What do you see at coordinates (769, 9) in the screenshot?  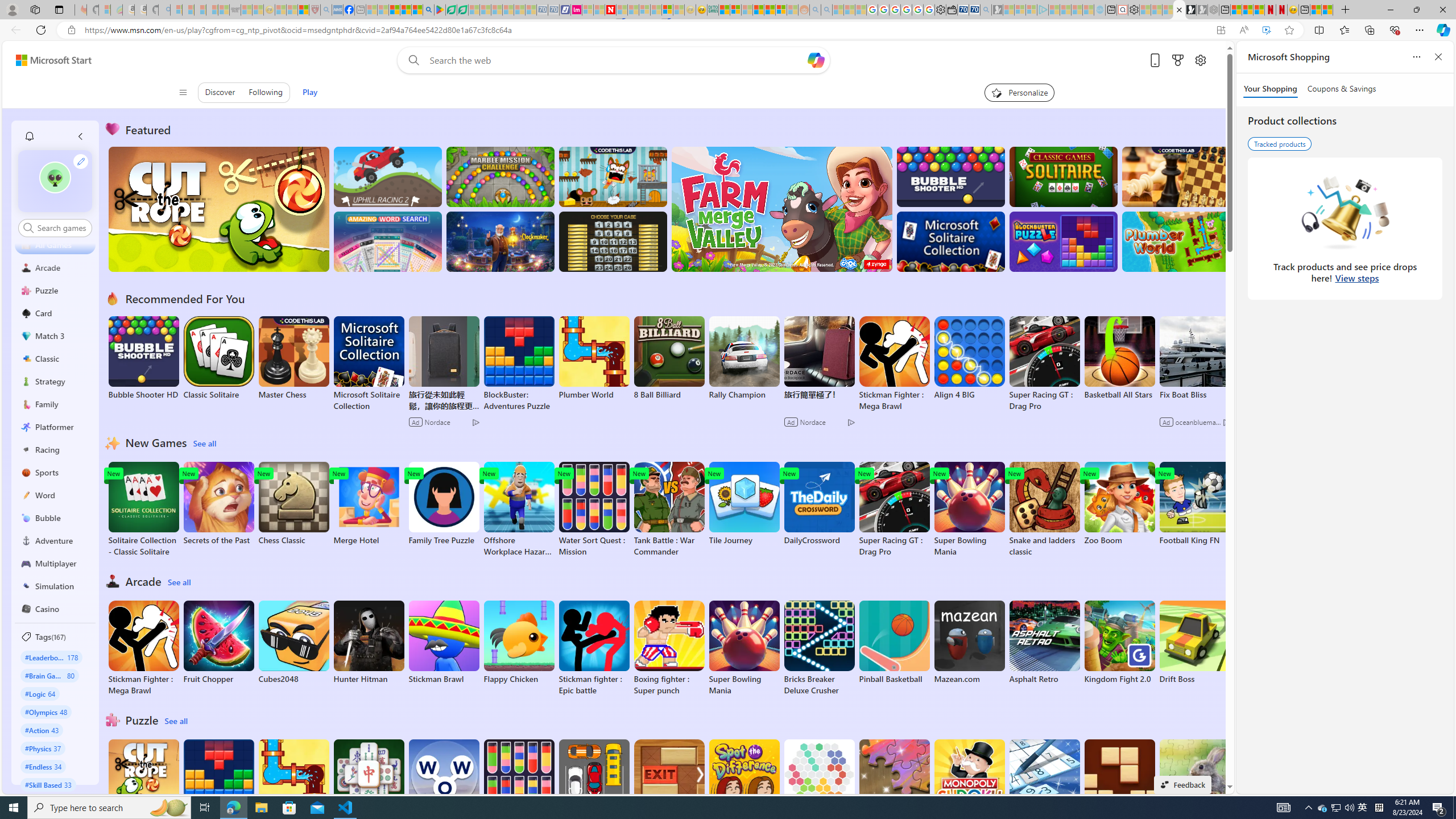 I see `'Kinda Frugal - MSN'` at bounding box center [769, 9].